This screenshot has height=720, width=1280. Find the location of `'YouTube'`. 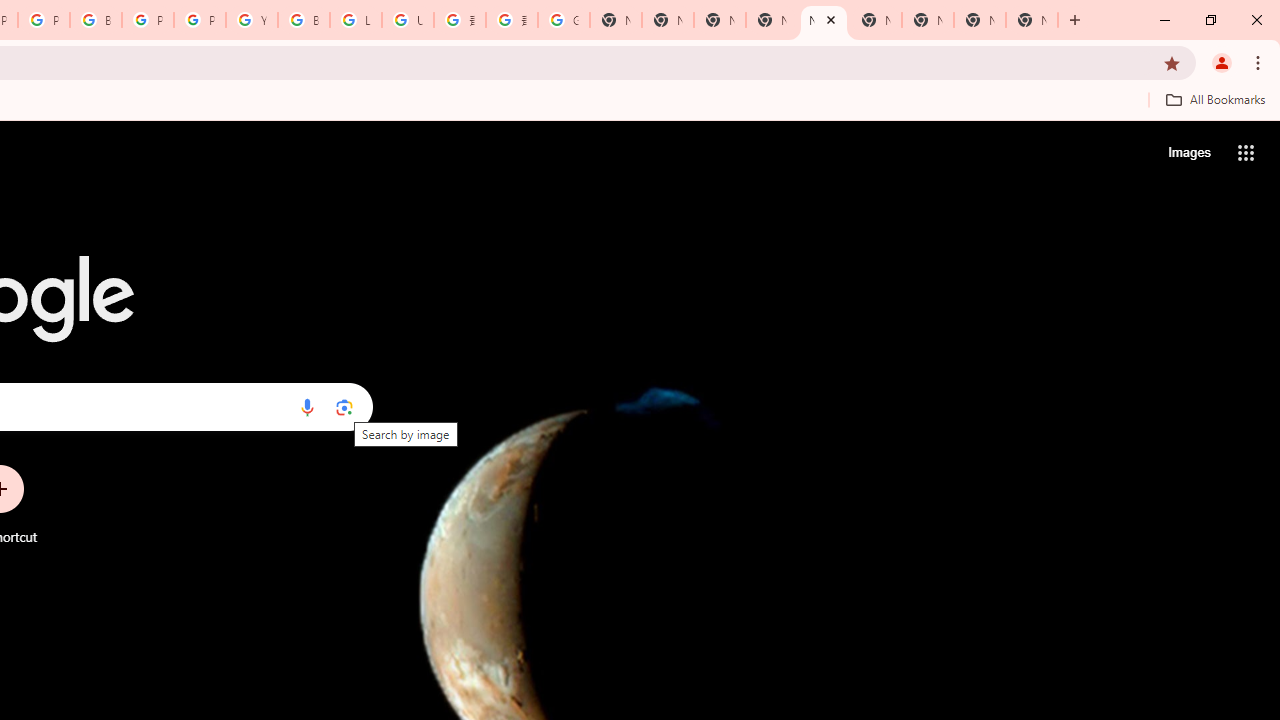

'YouTube' is located at coordinates (251, 20).